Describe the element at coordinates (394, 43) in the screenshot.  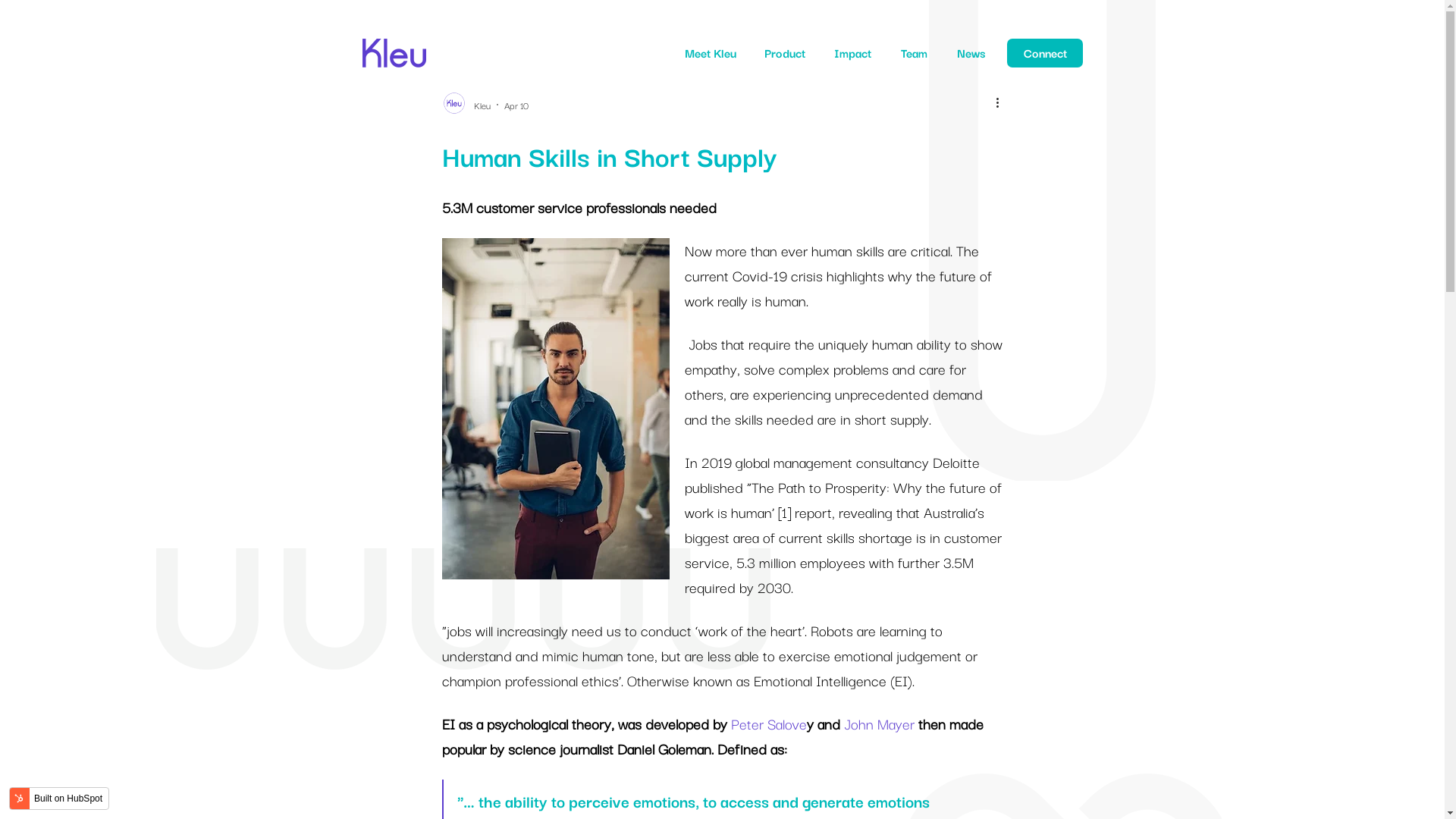
I see `'KleuAustralia'` at that location.